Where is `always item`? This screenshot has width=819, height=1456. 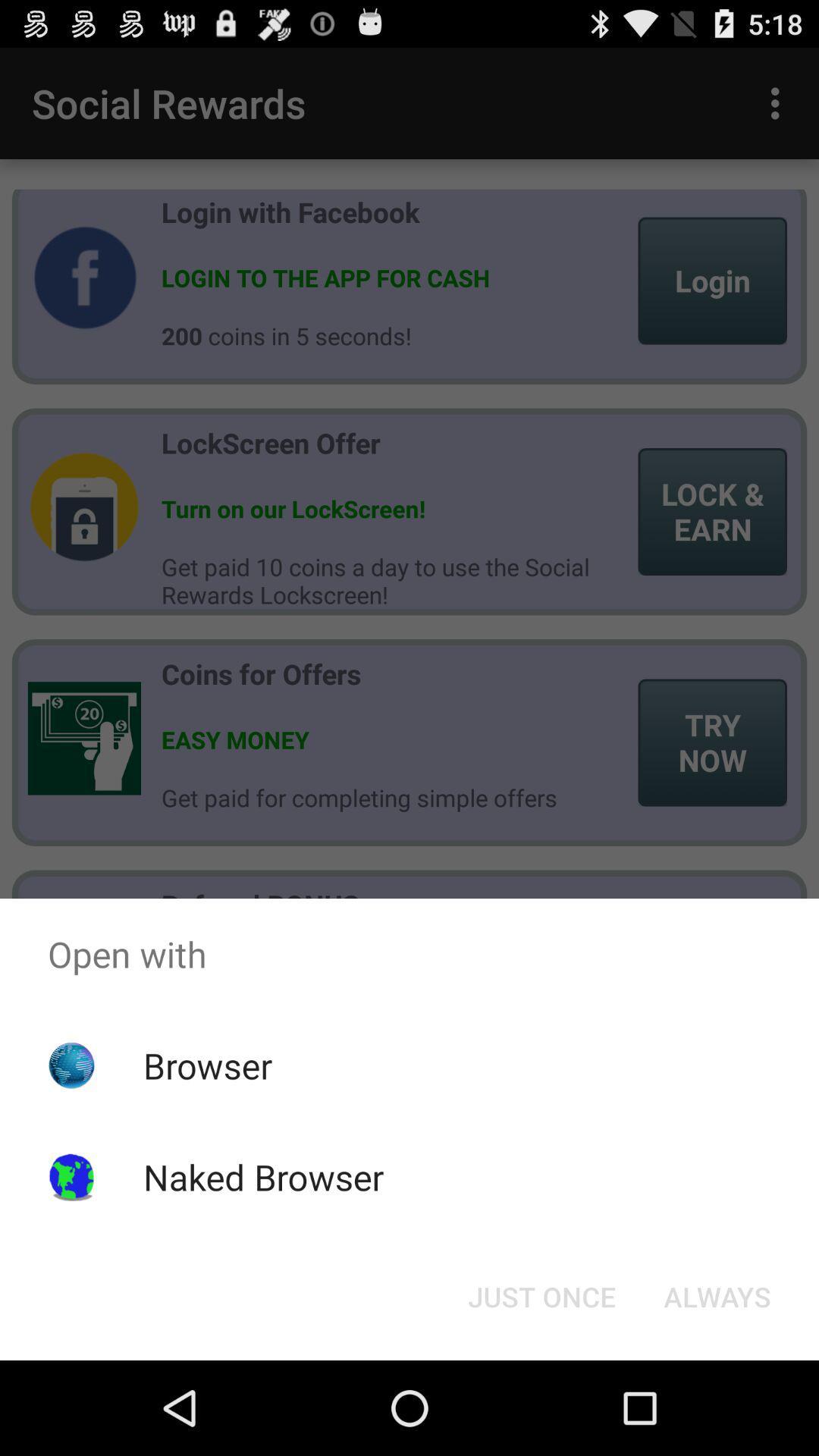
always item is located at coordinates (717, 1295).